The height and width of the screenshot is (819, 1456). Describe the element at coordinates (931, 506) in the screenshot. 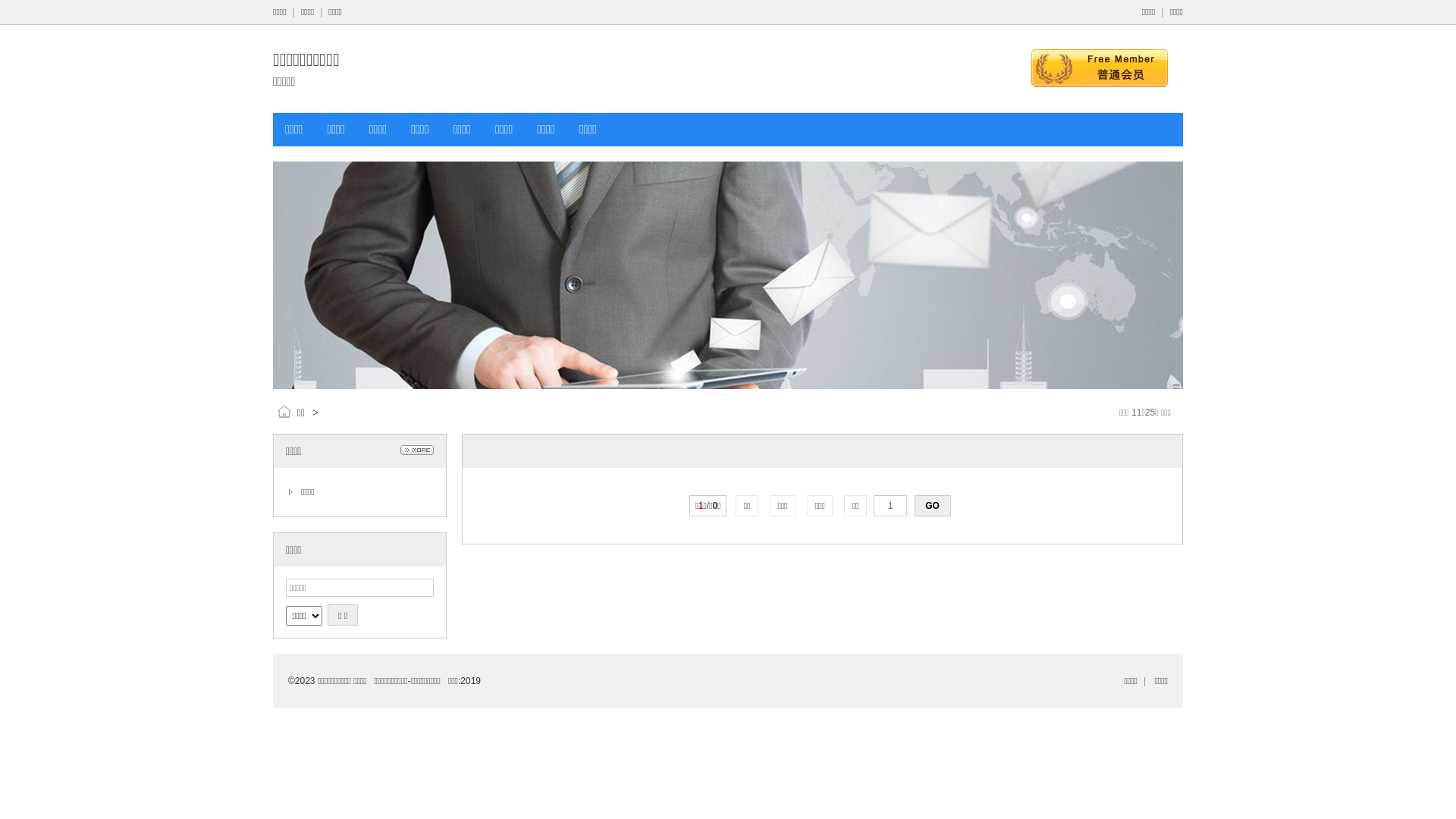

I see `'GO'` at that location.